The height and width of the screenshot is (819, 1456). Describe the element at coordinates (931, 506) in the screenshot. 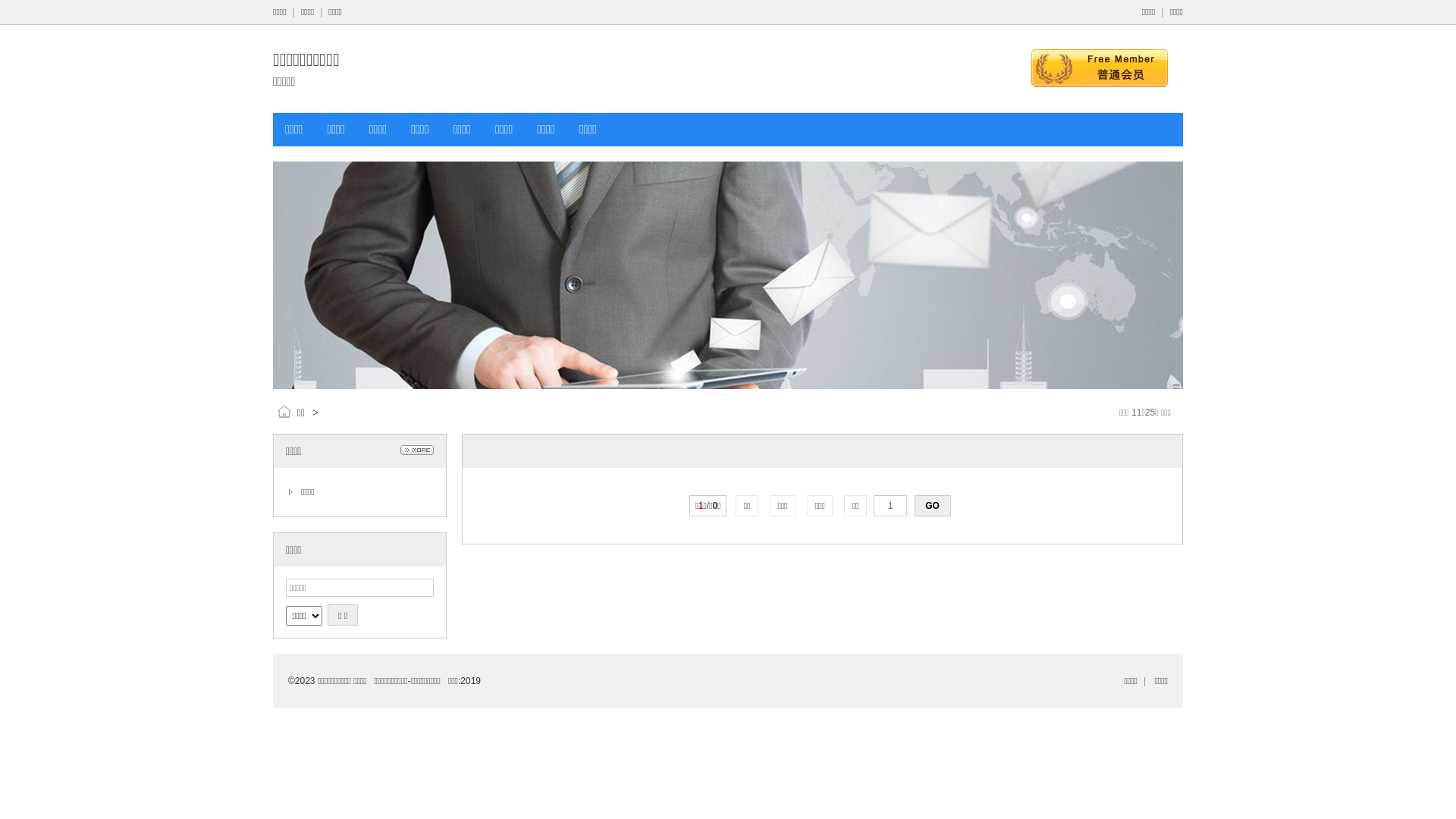

I see `'GO'` at that location.